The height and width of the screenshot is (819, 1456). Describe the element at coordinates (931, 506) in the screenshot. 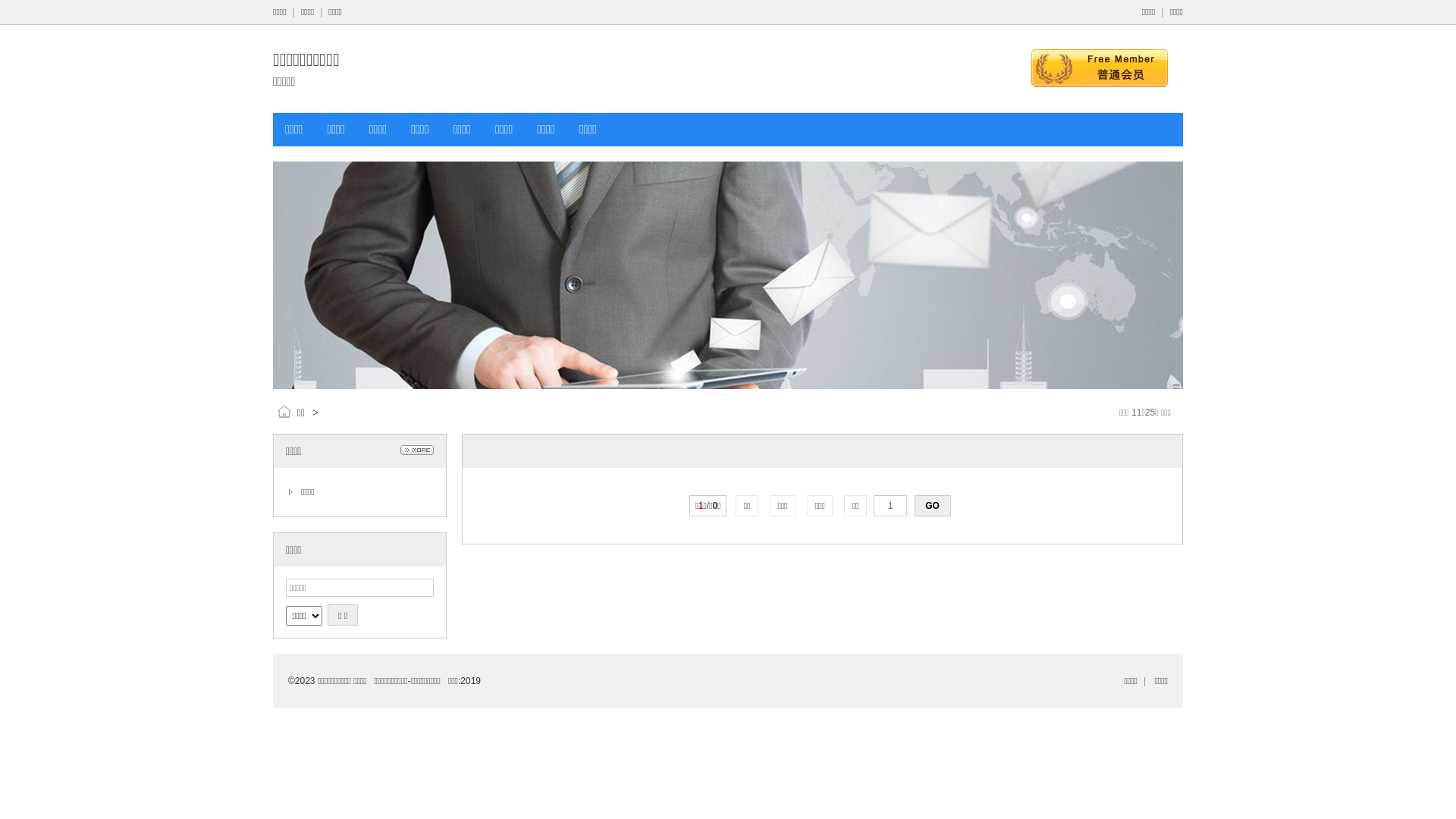

I see `'GO'` at that location.